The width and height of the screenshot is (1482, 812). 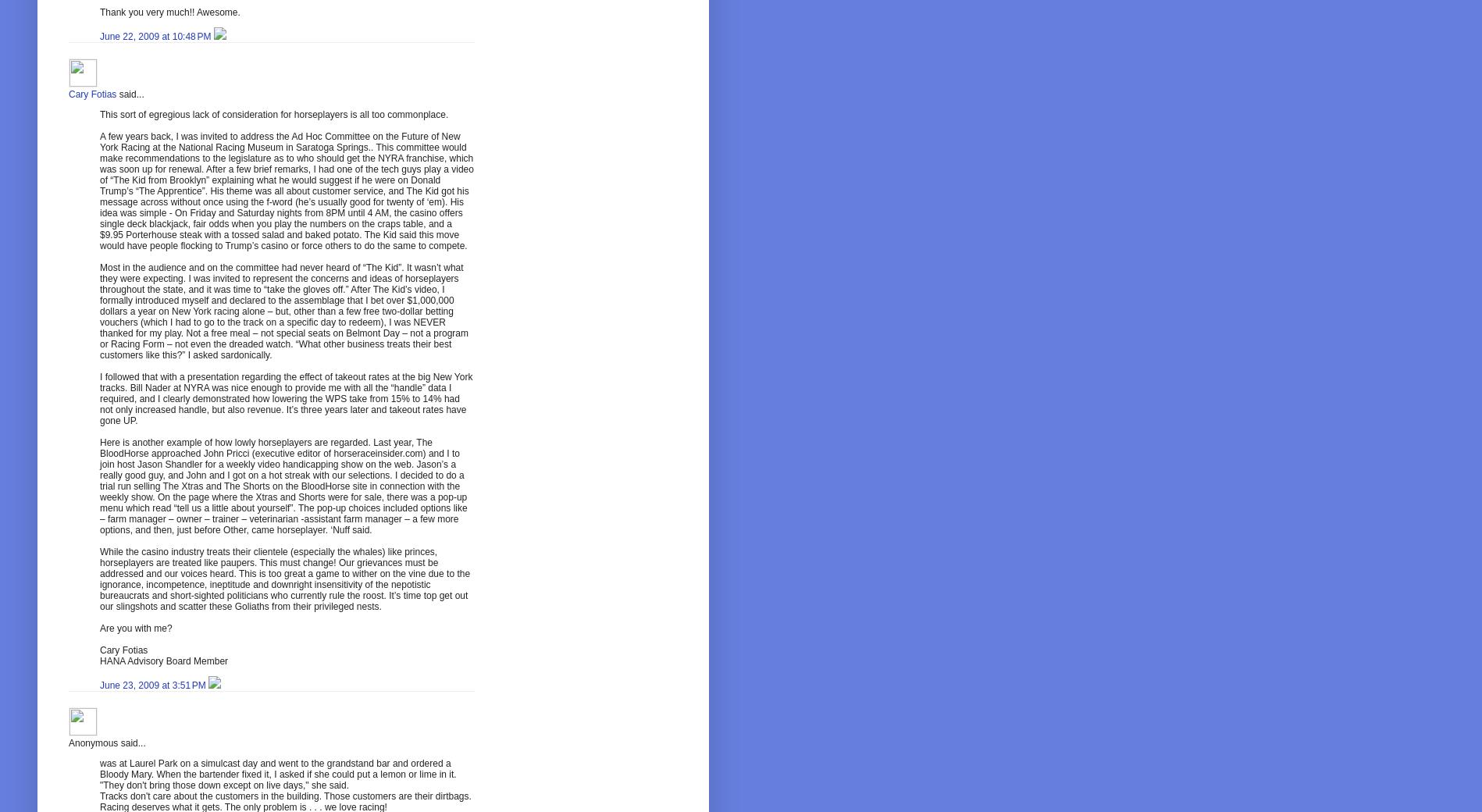 What do you see at coordinates (153, 684) in the screenshot?
I see `'June 23, 2009 at 3:51 PM'` at bounding box center [153, 684].